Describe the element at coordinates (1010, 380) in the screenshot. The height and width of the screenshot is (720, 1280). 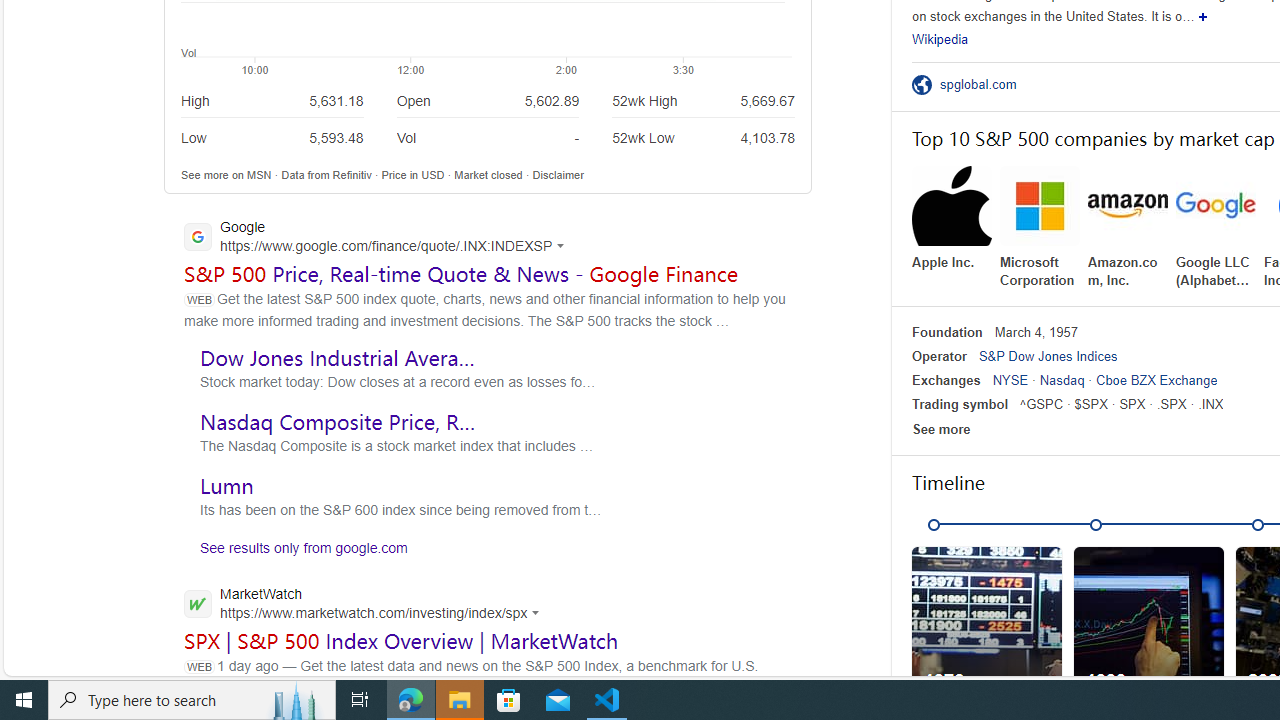
I see `'NYSE'` at that location.